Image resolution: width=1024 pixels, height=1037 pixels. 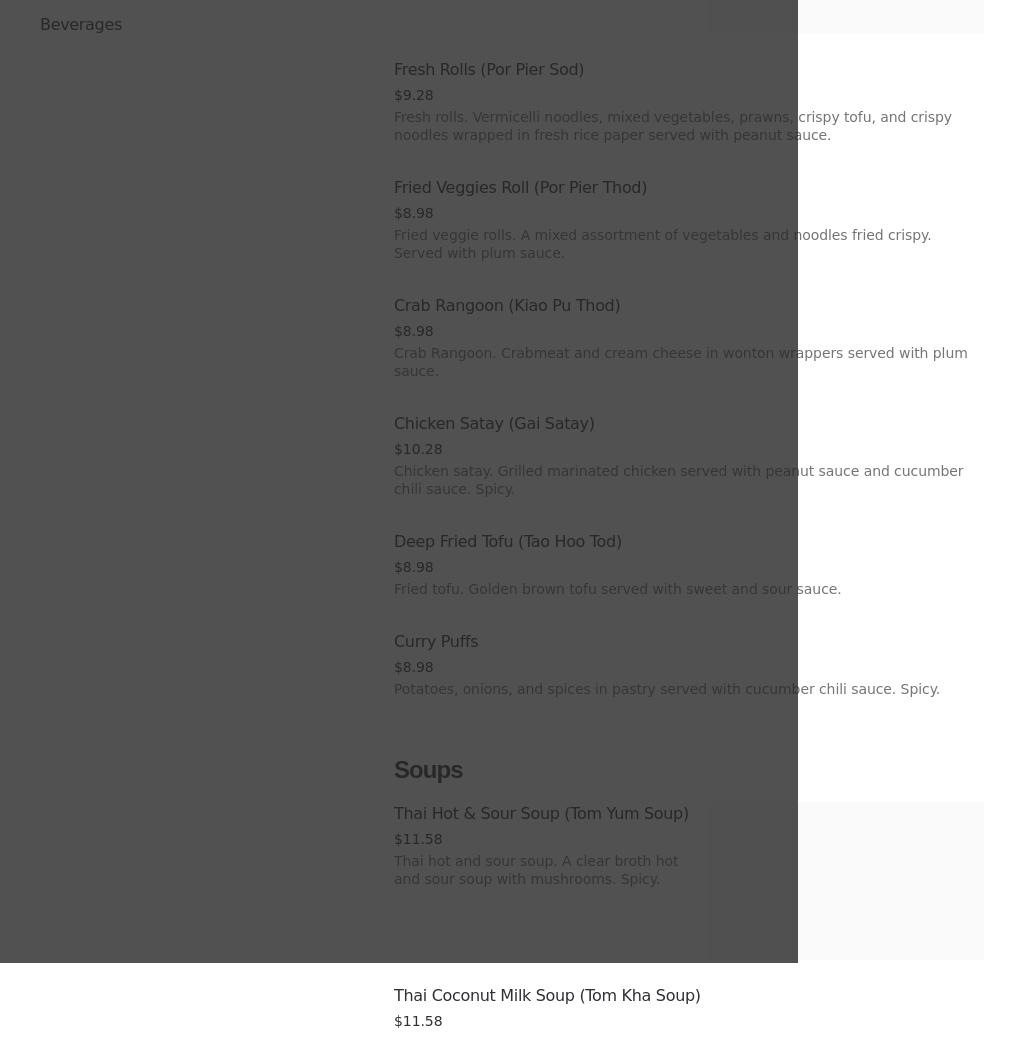 I want to click on 'Curry Puffs', so click(x=436, y=641).